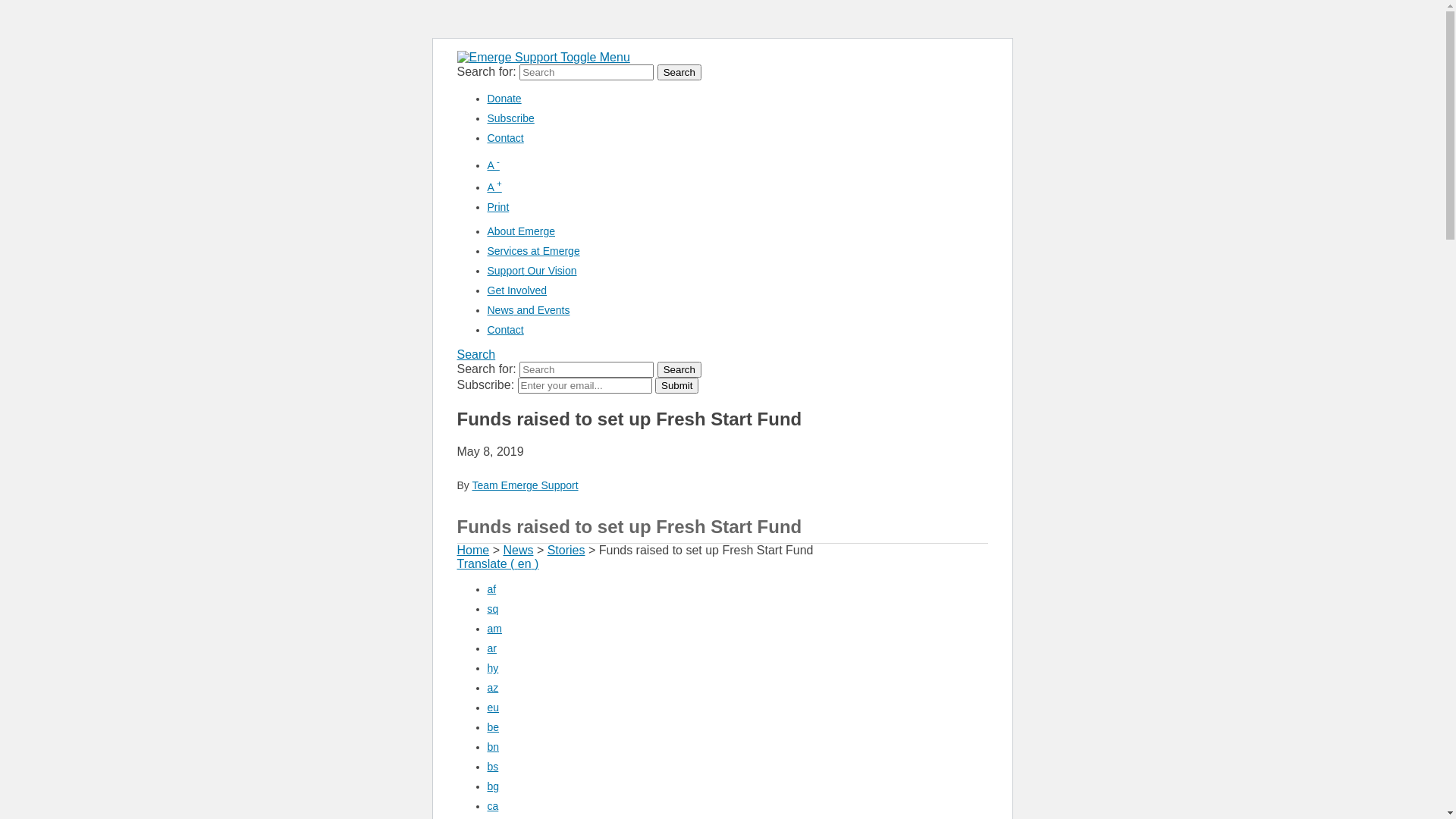 Image resolution: width=1456 pixels, height=819 pixels. I want to click on 'Contact', so click(505, 329).